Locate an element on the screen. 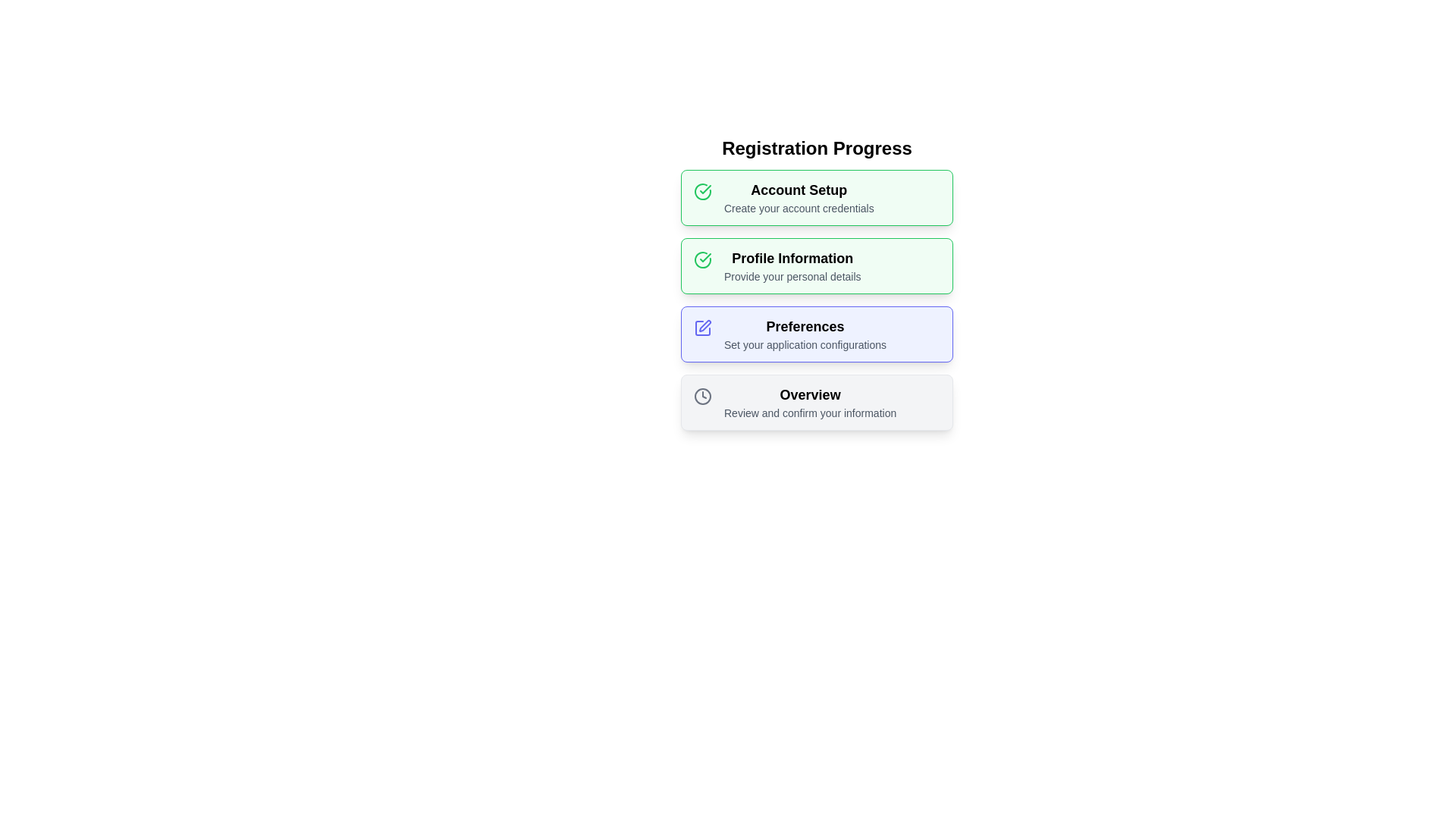 The image size is (1456, 819). the 'Preferences' informational box located between 'Profile Information' and 'Overview' is located at coordinates (816, 300).